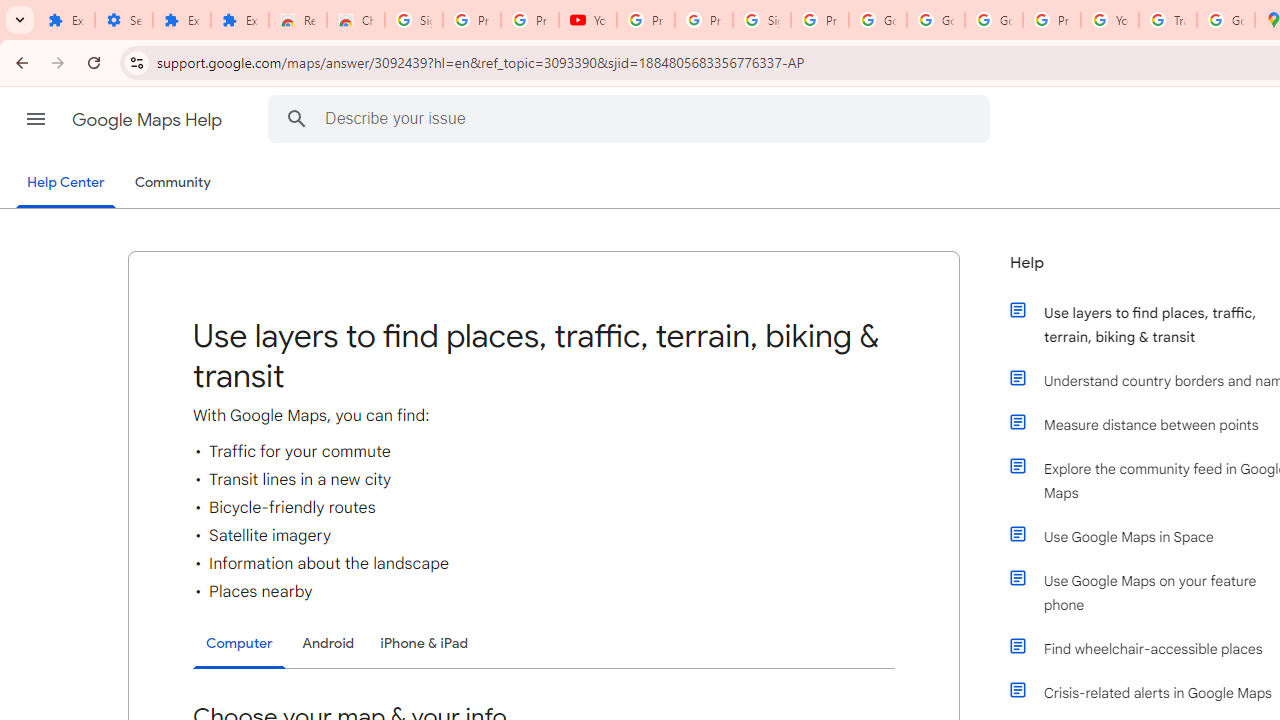  I want to click on 'Reviews: Helix Fruit Jump Arcade Game', so click(296, 20).